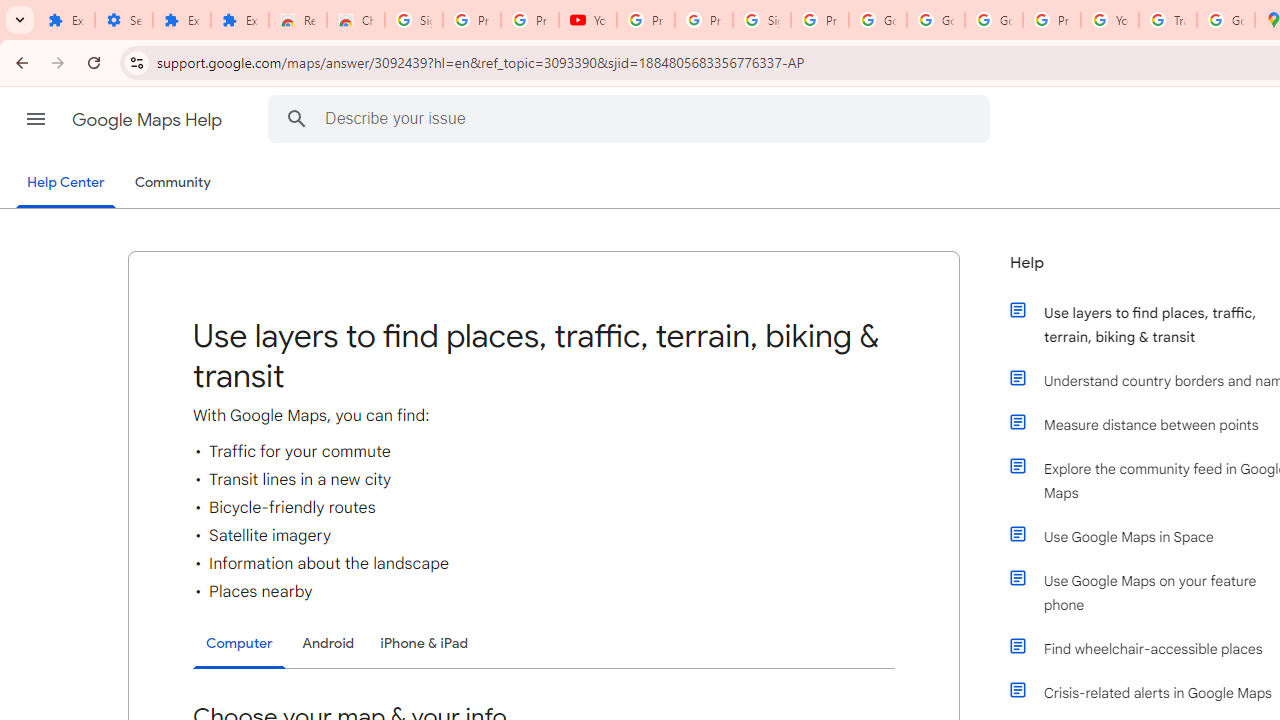  I want to click on 'Reviews: Helix Fruit Jump Arcade Game', so click(296, 20).